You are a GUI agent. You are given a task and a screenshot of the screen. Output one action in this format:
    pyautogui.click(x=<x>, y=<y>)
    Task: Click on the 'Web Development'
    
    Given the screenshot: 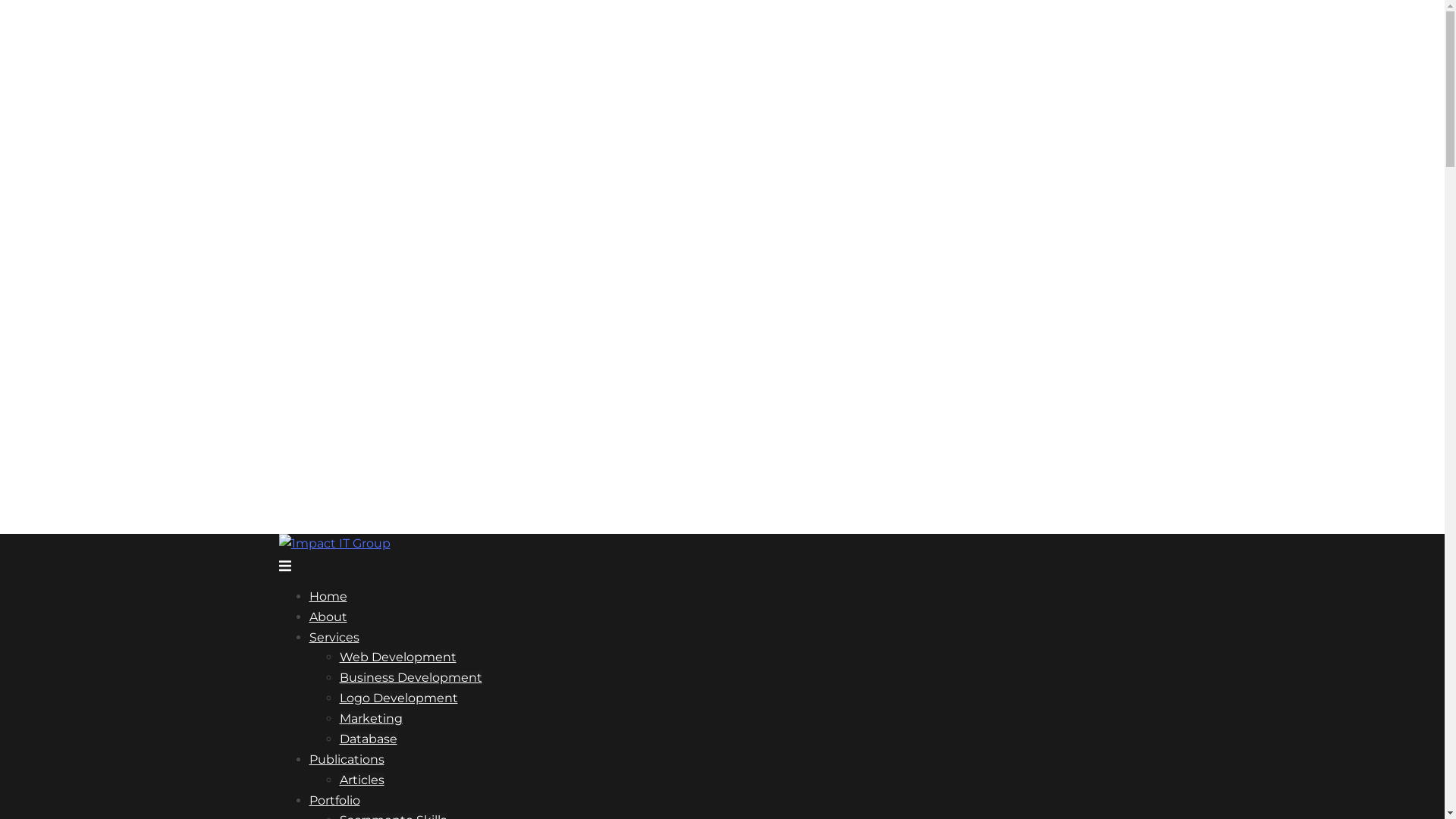 What is the action you would take?
    pyautogui.click(x=397, y=656)
    